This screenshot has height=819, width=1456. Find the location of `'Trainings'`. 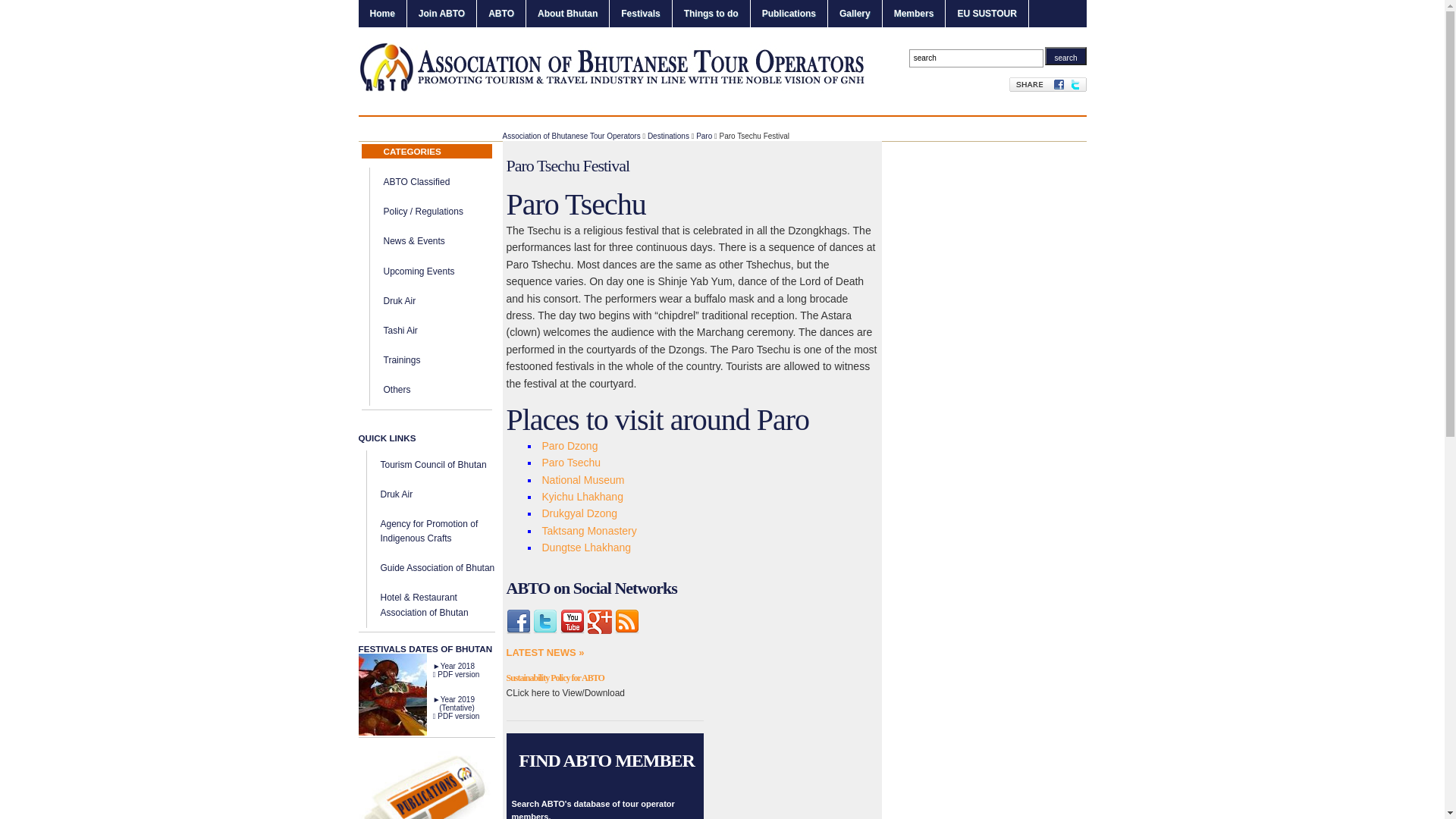

'Trainings' is located at coordinates (402, 359).